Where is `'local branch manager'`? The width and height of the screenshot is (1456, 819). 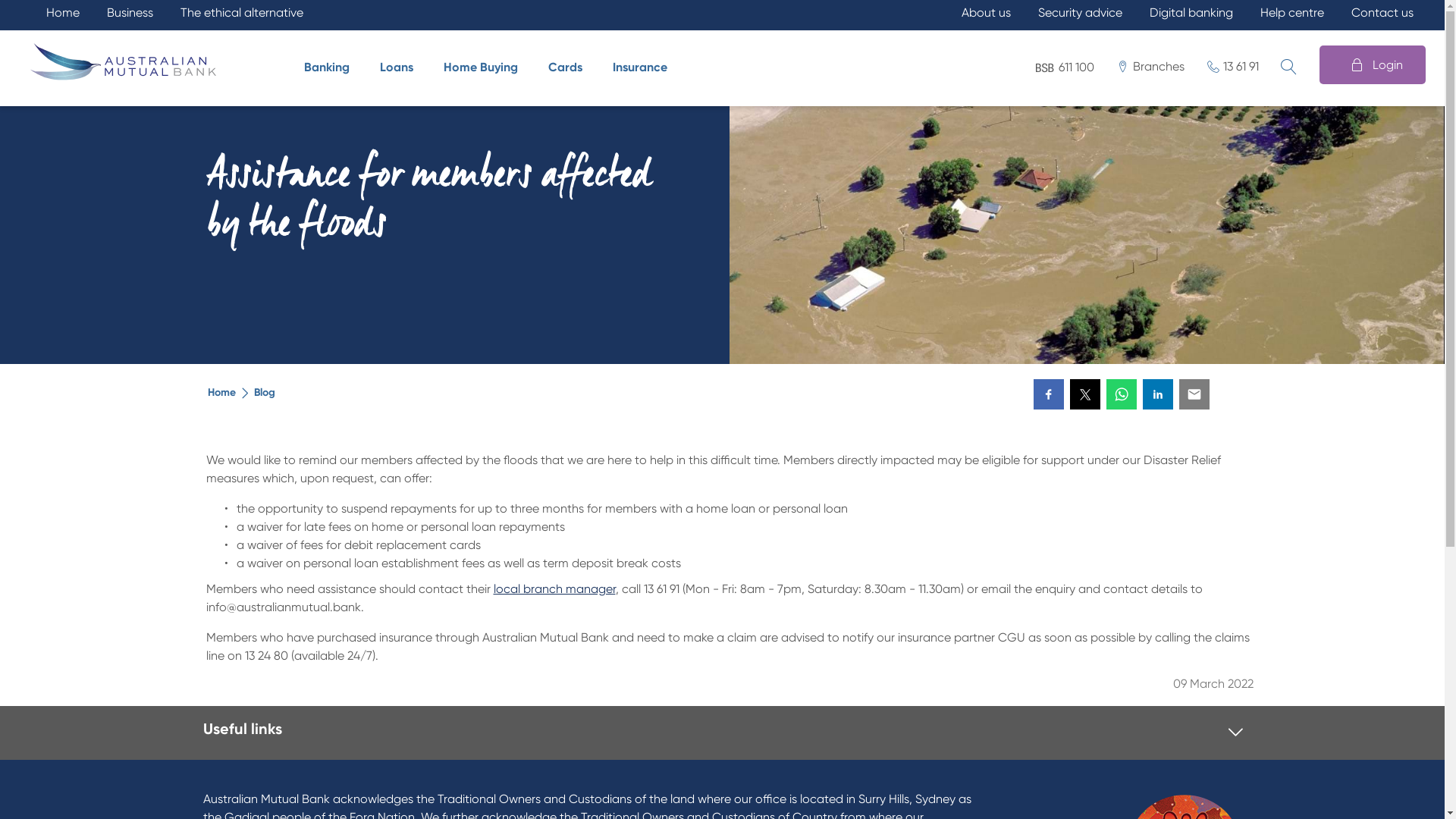 'local branch manager' is located at coordinates (492, 588).